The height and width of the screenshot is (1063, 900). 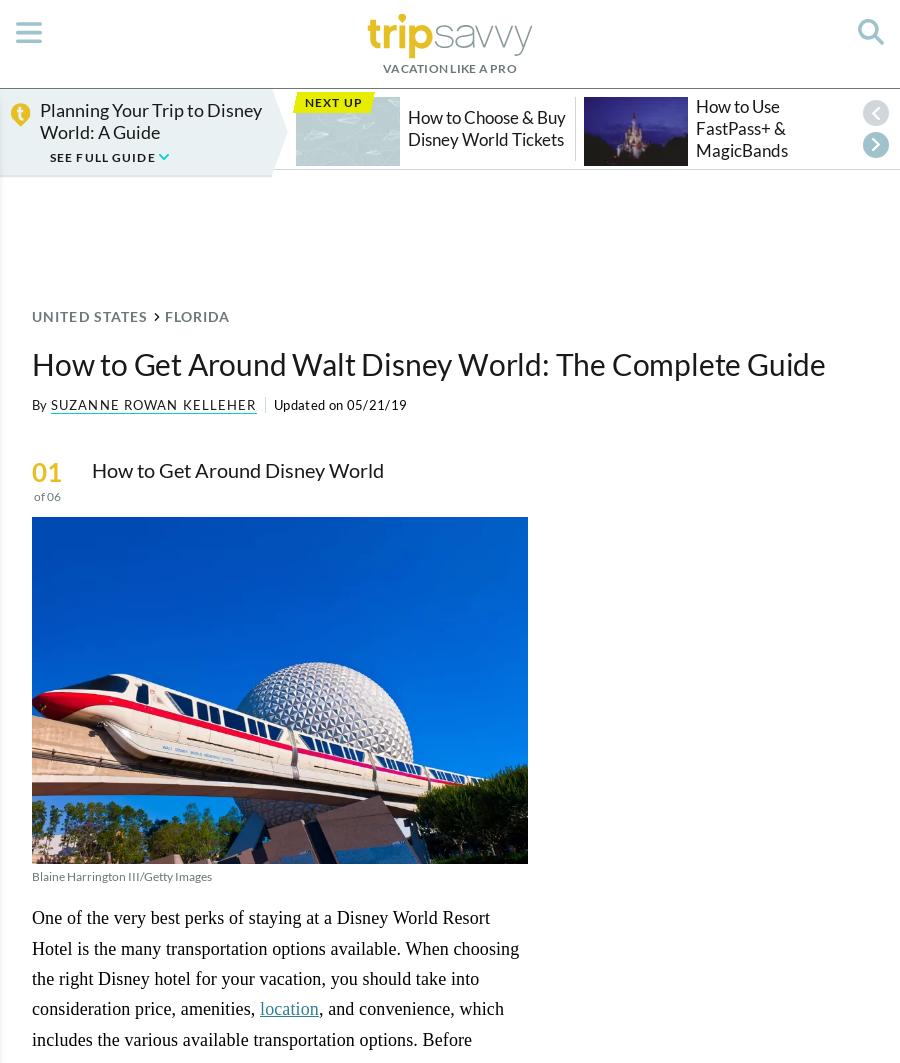 I want to click on 'location', so click(x=287, y=1007).